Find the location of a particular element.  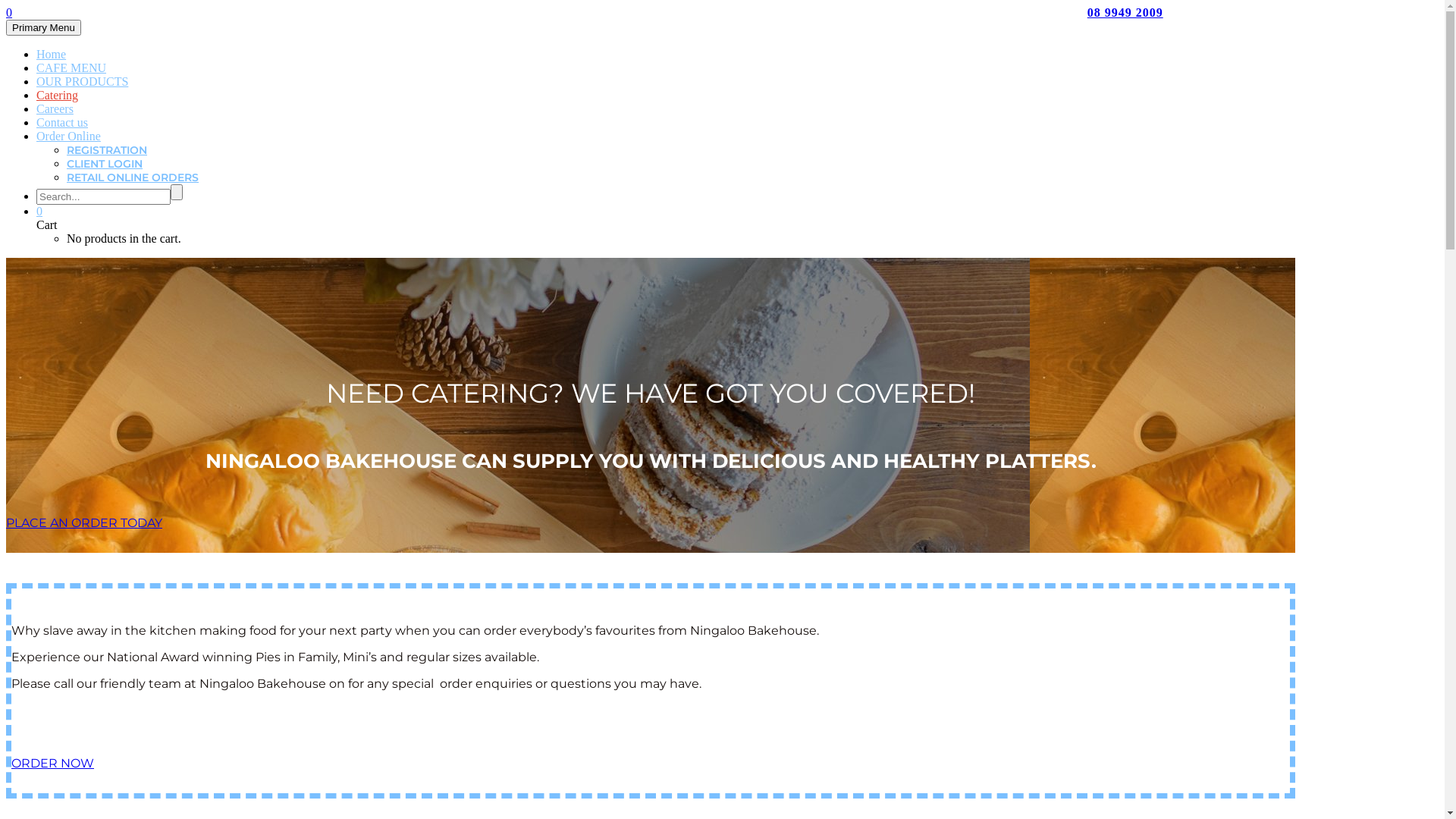

'Careers' is located at coordinates (55, 108).